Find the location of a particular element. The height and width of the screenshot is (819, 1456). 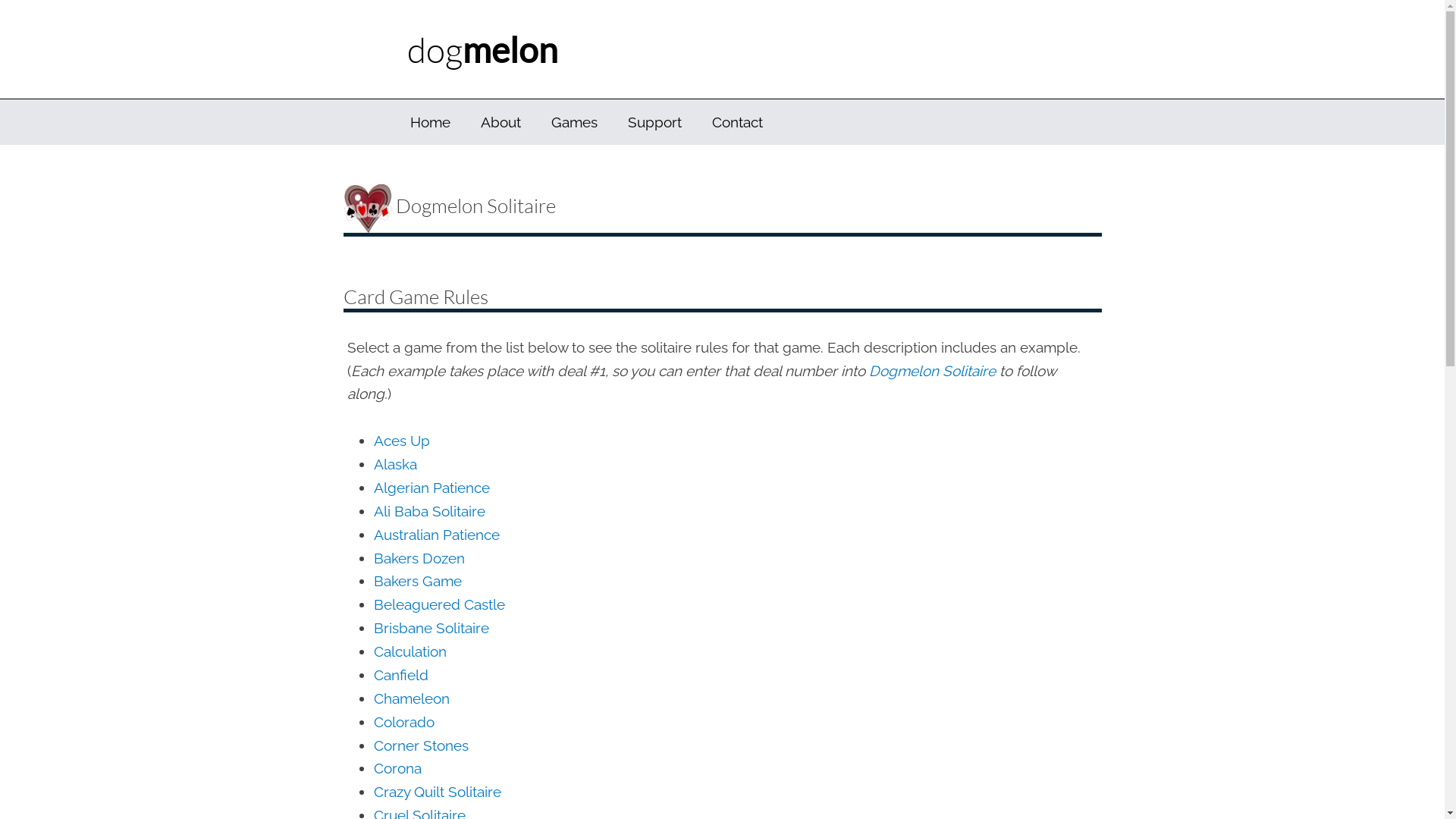

'Bakers Dozen' is located at coordinates (372, 558).